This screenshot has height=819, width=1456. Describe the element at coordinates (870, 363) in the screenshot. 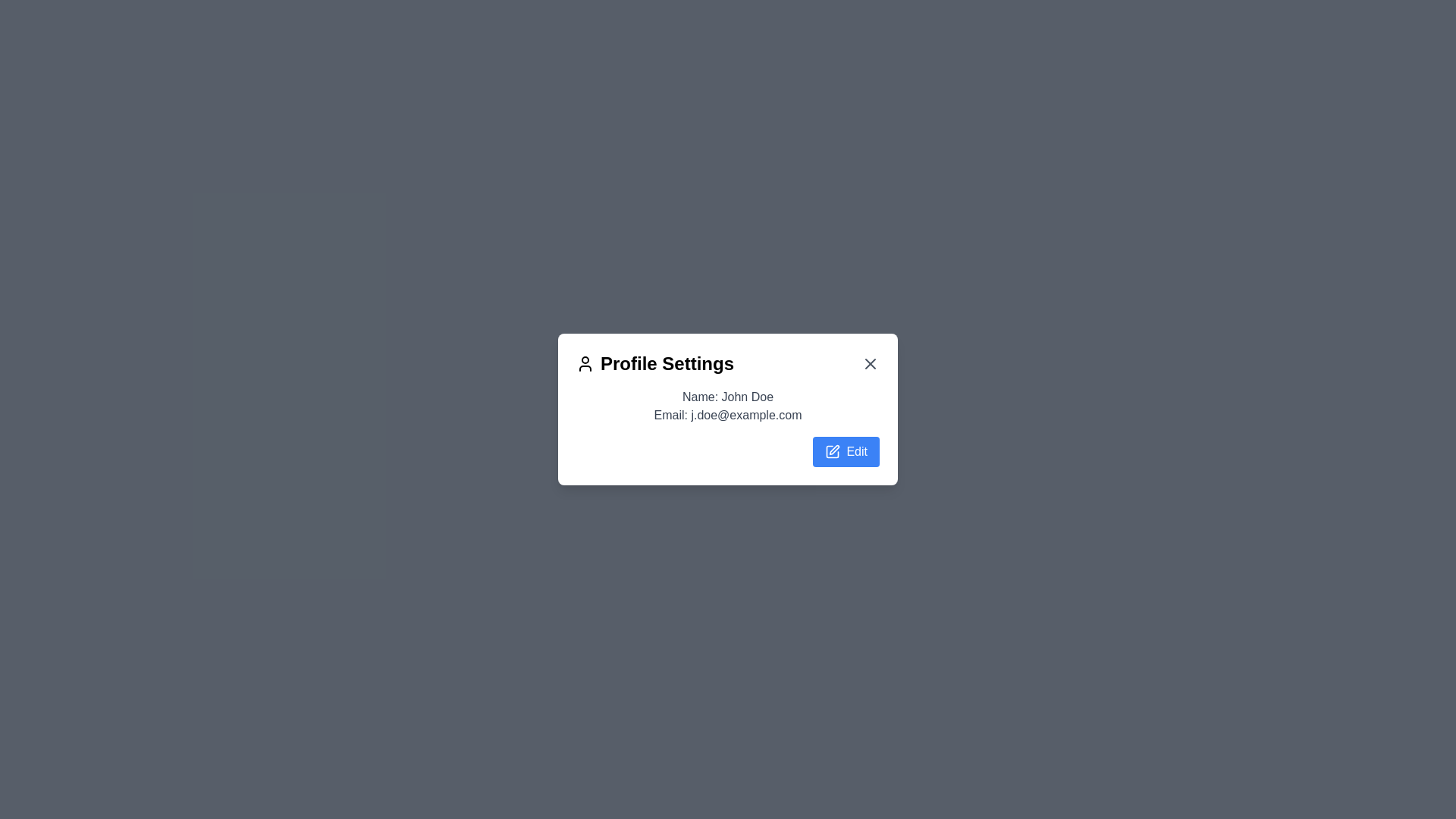

I see `the Close icon located in the top-right corner of the 'Profile Settings' modal dialog` at that location.